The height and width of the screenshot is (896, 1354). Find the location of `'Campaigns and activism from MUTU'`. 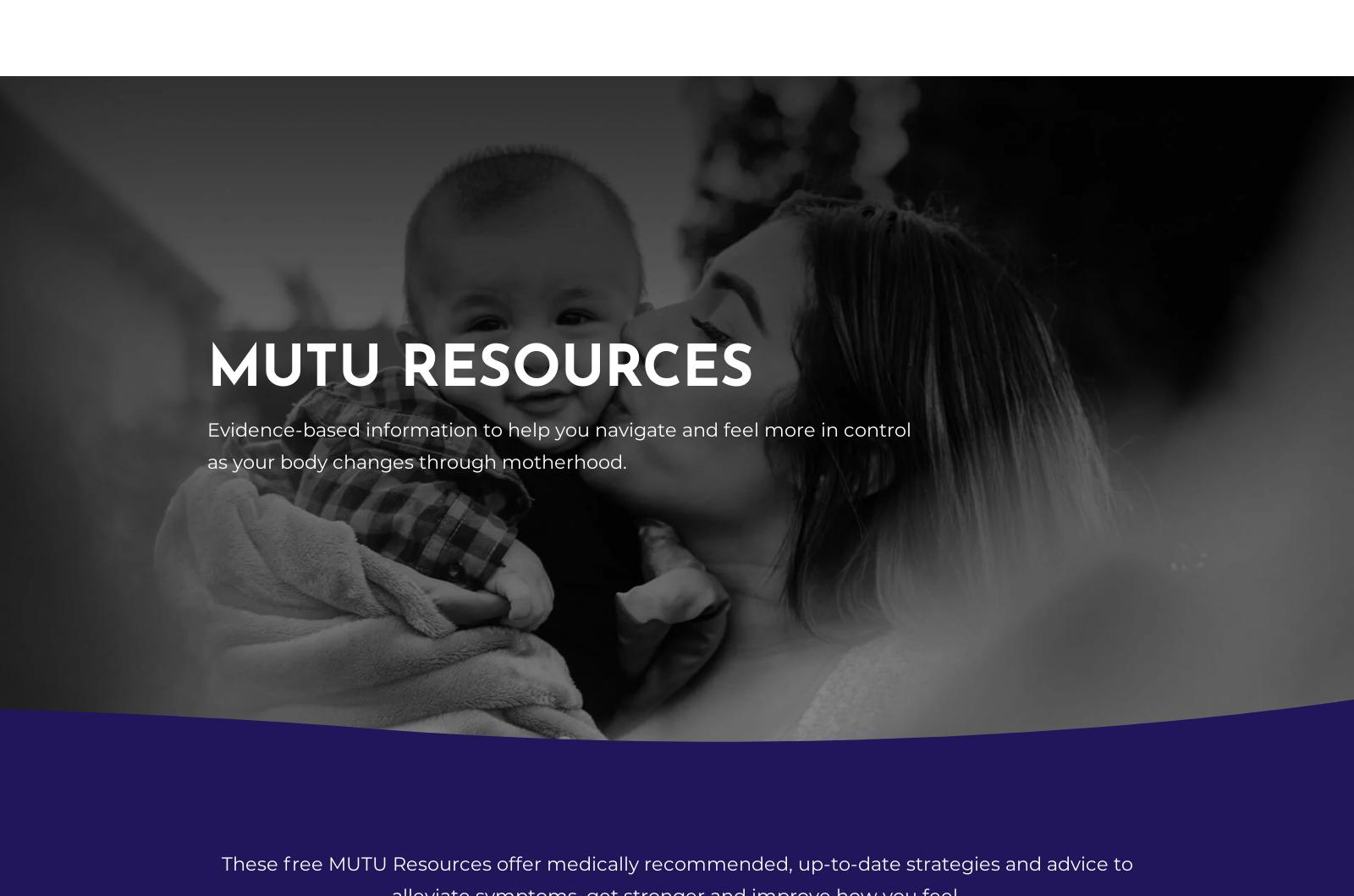

'Campaigns and activism from MUTU' is located at coordinates (239, 252).